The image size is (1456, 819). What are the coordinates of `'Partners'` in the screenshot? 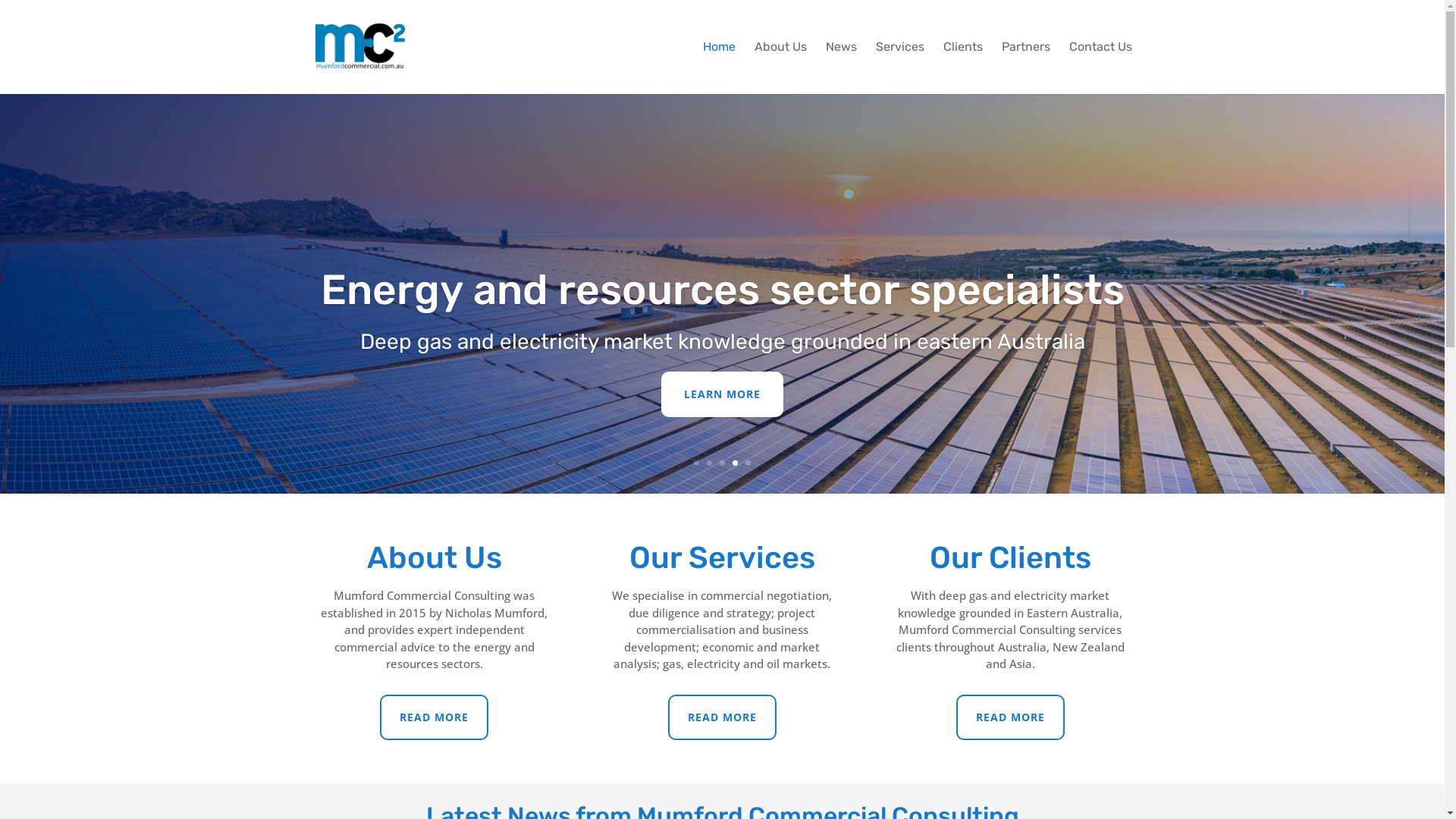 It's located at (1001, 67).